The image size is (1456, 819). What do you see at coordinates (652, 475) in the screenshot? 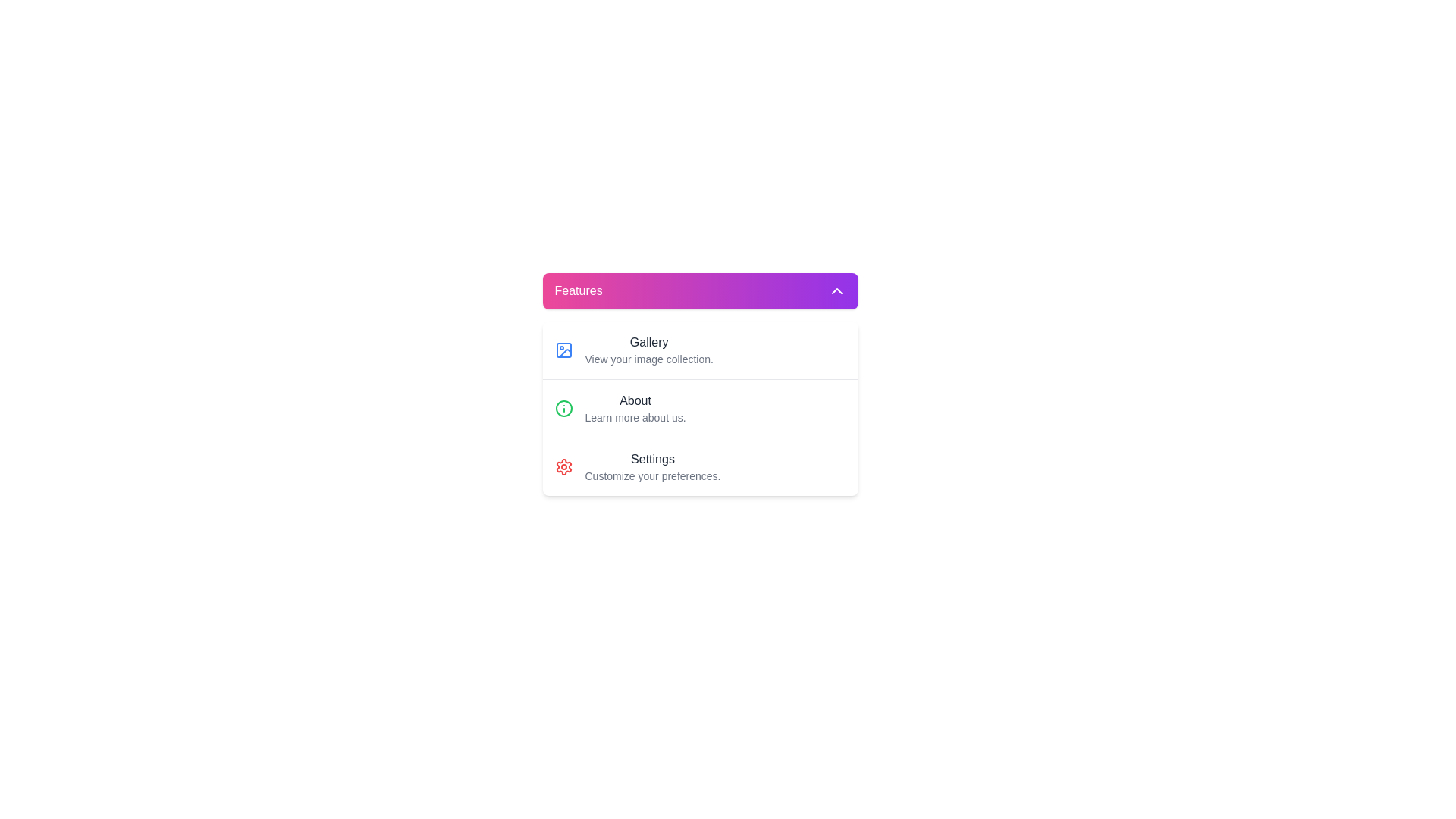
I see `text label that contains 'Customize your preferences.' located beneath the 'Settings' header in the 'Settings' section` at bounding box center [652, 475].